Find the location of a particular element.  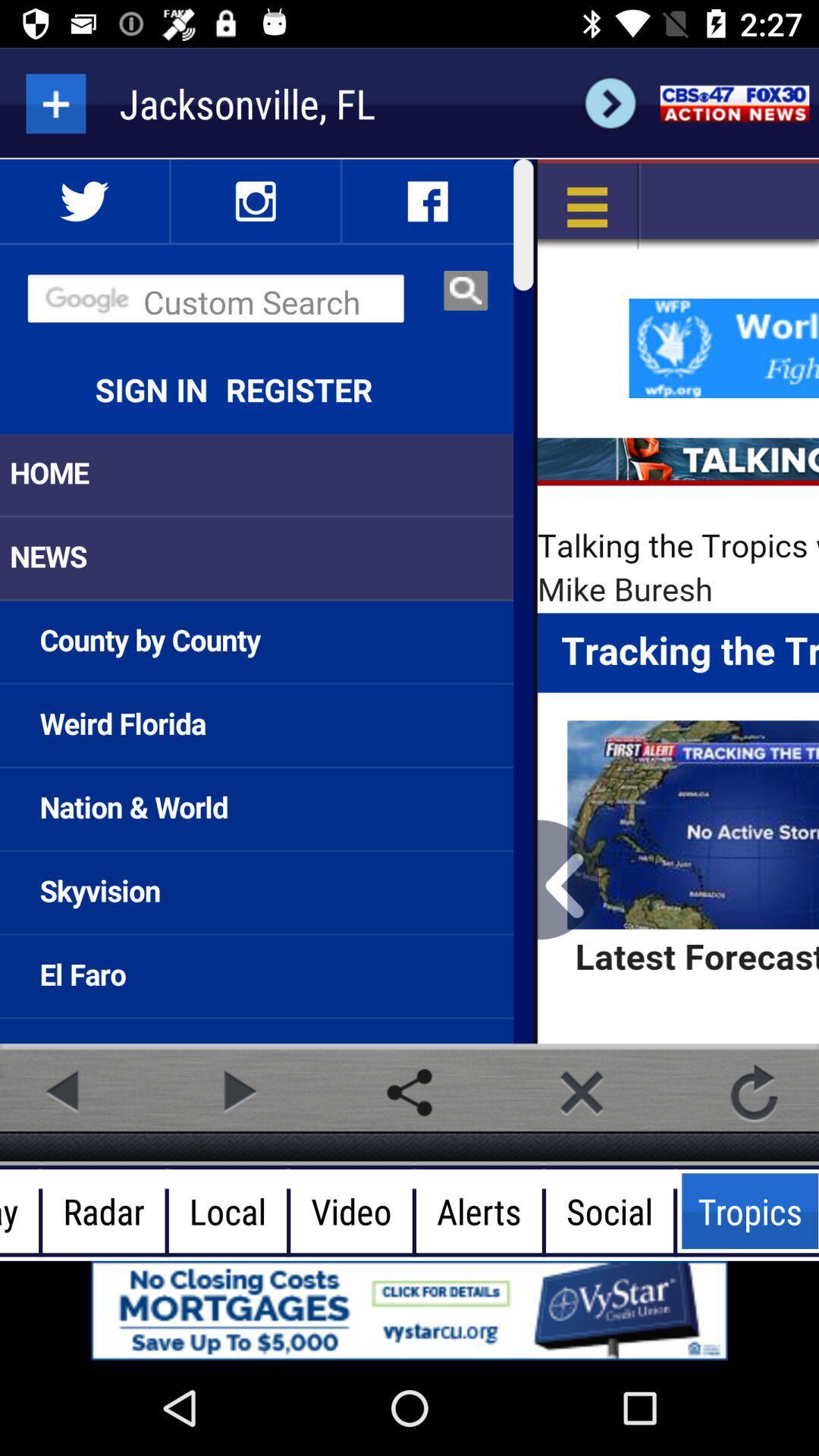

the play icon is located at coordinates (237, 1092).